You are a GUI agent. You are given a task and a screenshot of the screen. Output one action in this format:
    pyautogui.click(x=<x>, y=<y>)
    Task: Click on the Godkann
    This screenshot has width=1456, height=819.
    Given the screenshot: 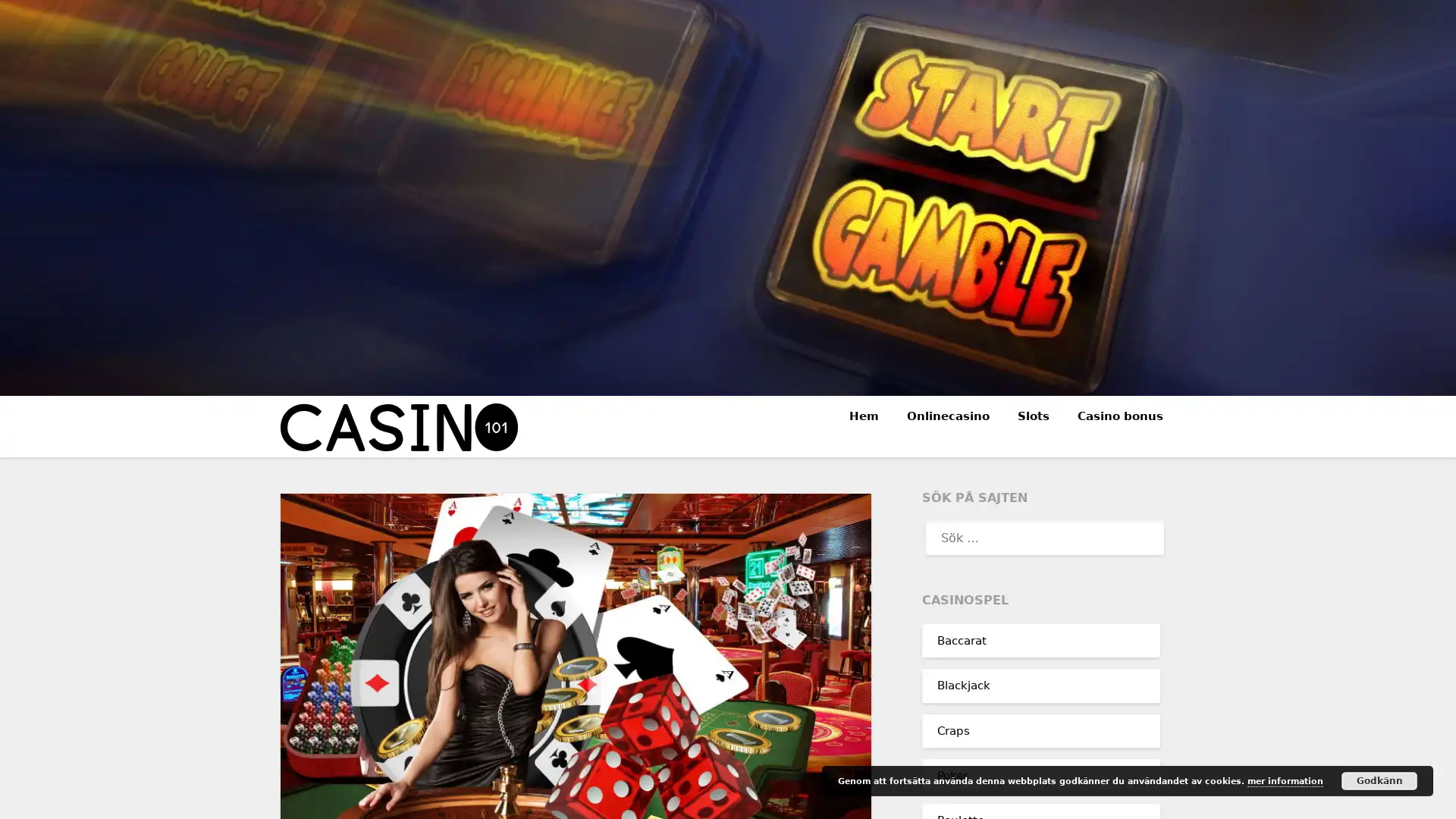 What is the action you would take?
    pyautogui.click(x=1379, y=780)
    